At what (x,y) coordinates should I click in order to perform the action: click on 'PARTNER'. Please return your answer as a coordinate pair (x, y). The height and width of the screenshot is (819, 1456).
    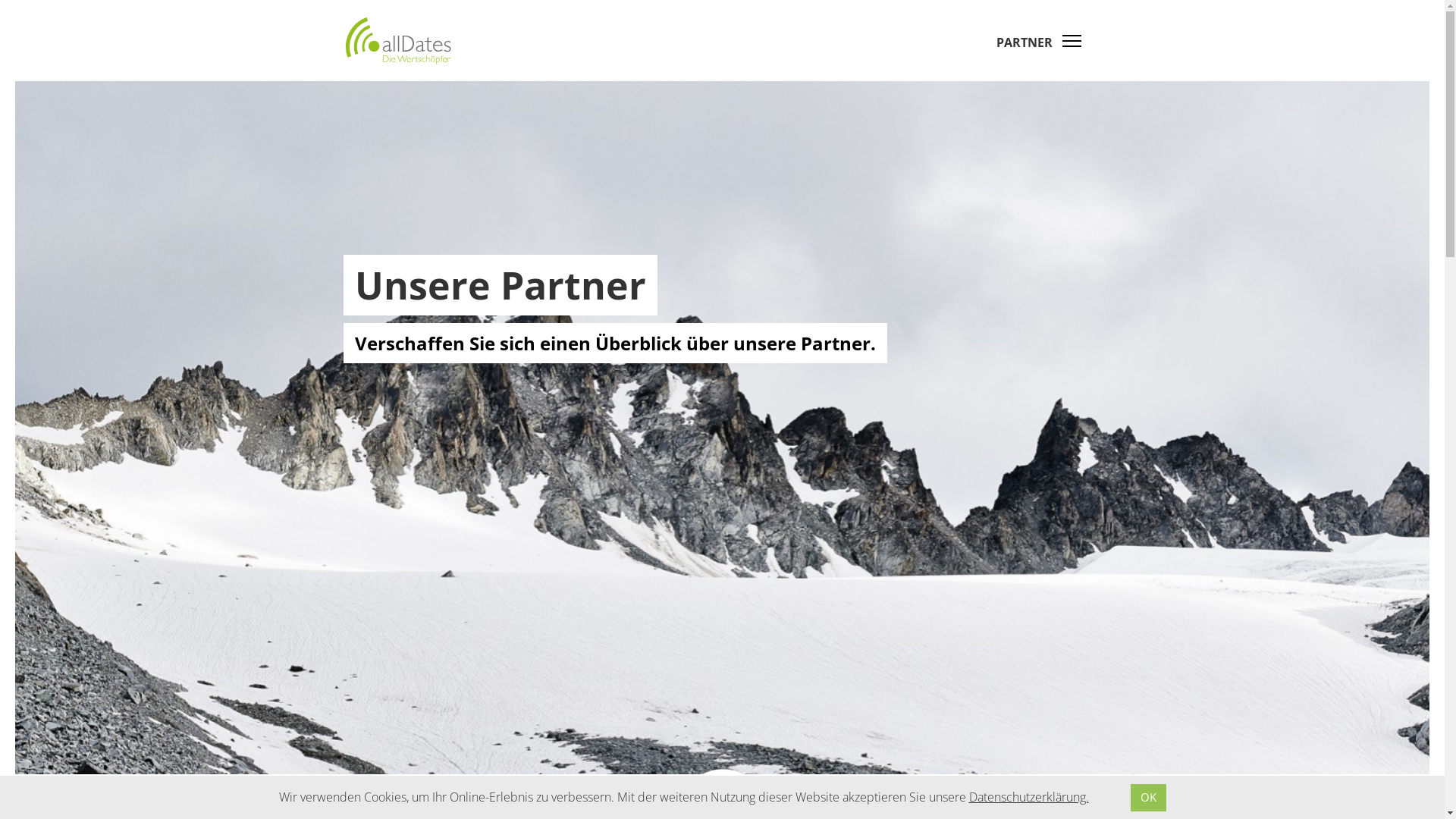
    Looking at the image, I should click on (996, 42).